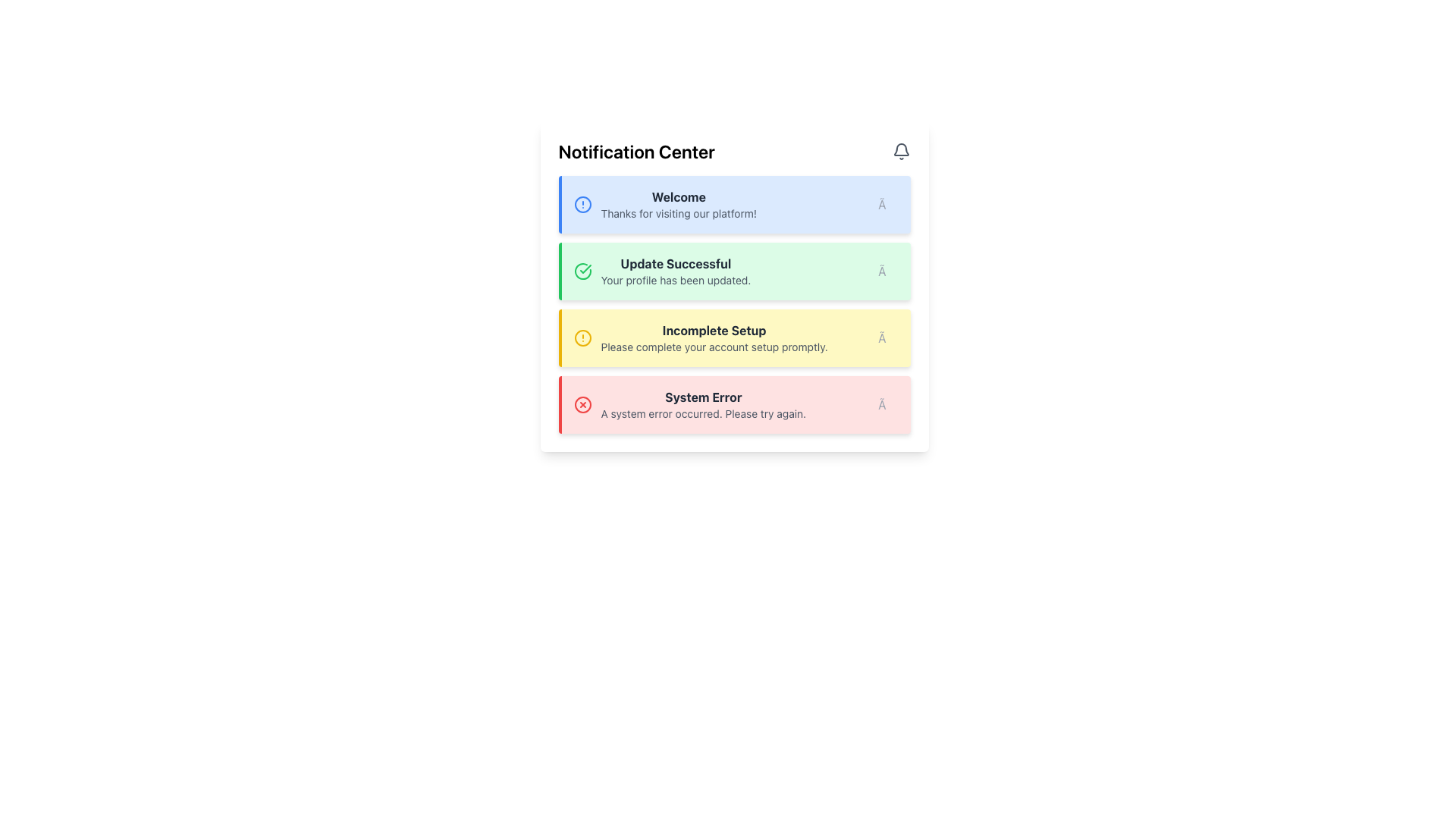 Image resolution: width=1456 pixels, height=819 pixels. What do you see at coordinates (582, 205) in the screenshot?
I see `the blue circular alert icon located at the top-left corner of the 'Welcome' notification card, which is aligned vertically with the text content` at bounding box center [582, 205].